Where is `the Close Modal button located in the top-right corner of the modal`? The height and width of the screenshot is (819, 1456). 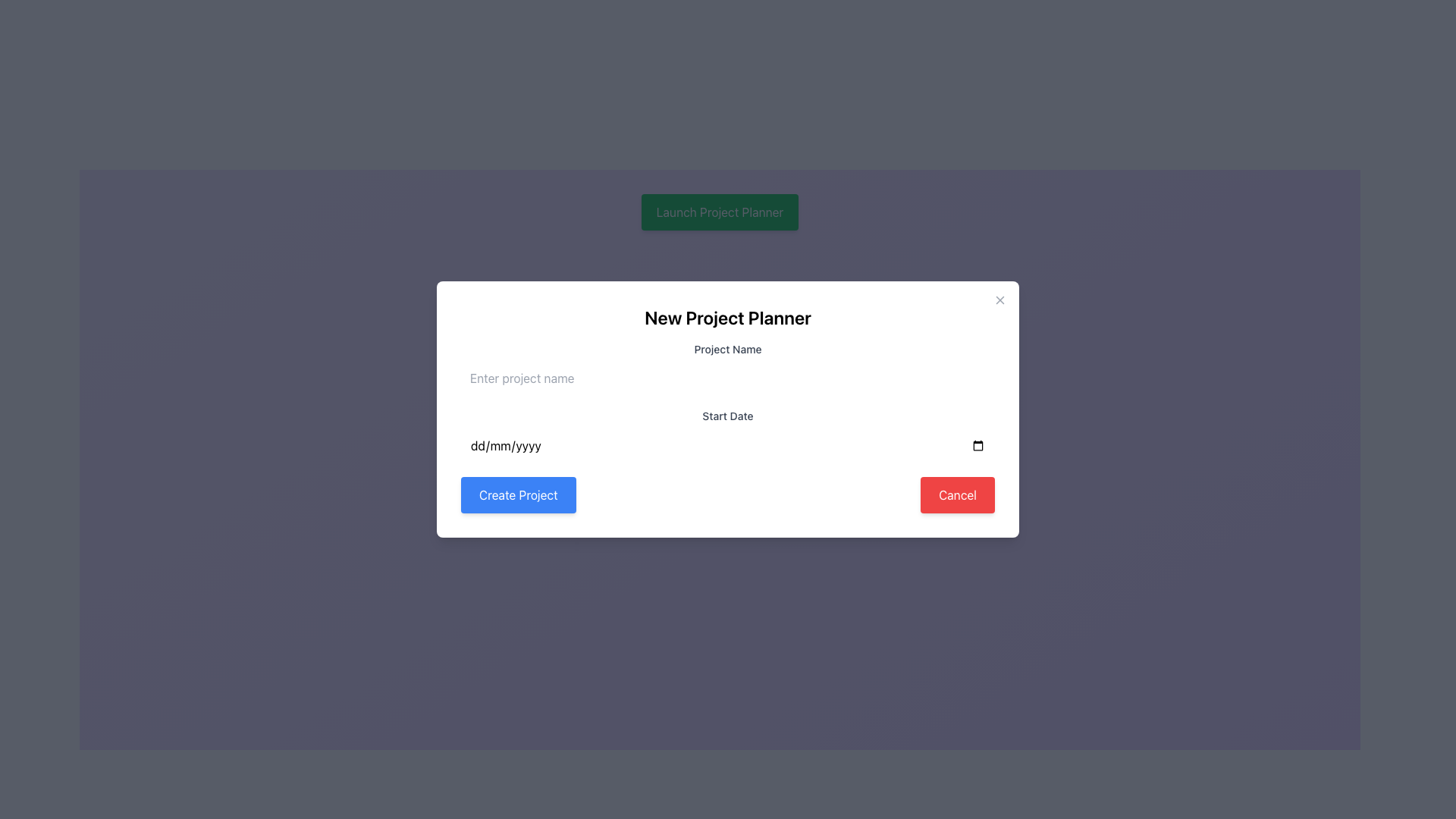 the Close Modal button located in the top-right corner of the modal is located at coordinates (1000, 300).